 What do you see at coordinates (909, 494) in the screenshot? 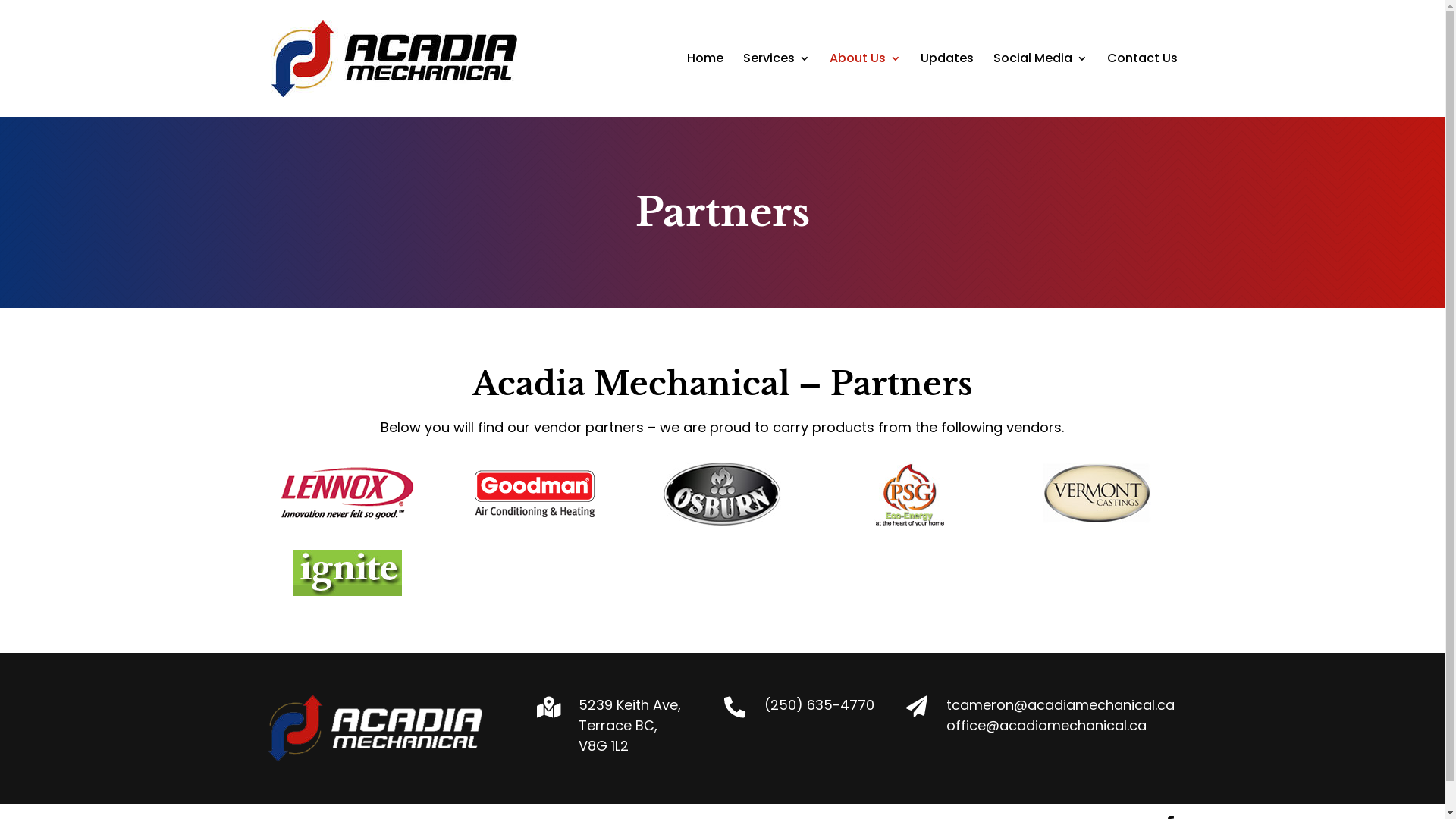
I see `'psgLogo'` at bounding box center [909, 494].